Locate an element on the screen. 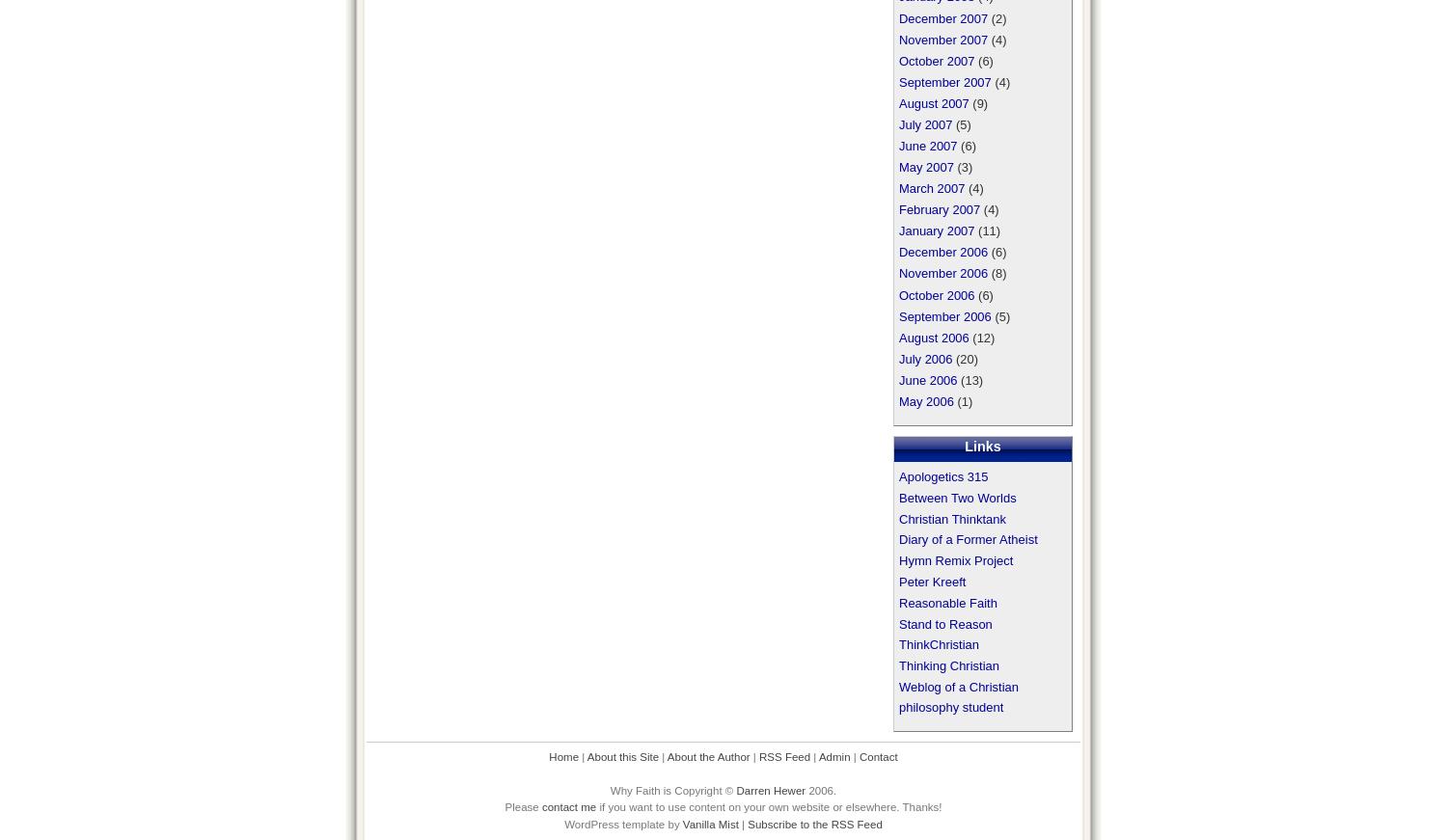  'About this Site' is located at coordinates (585, 757).